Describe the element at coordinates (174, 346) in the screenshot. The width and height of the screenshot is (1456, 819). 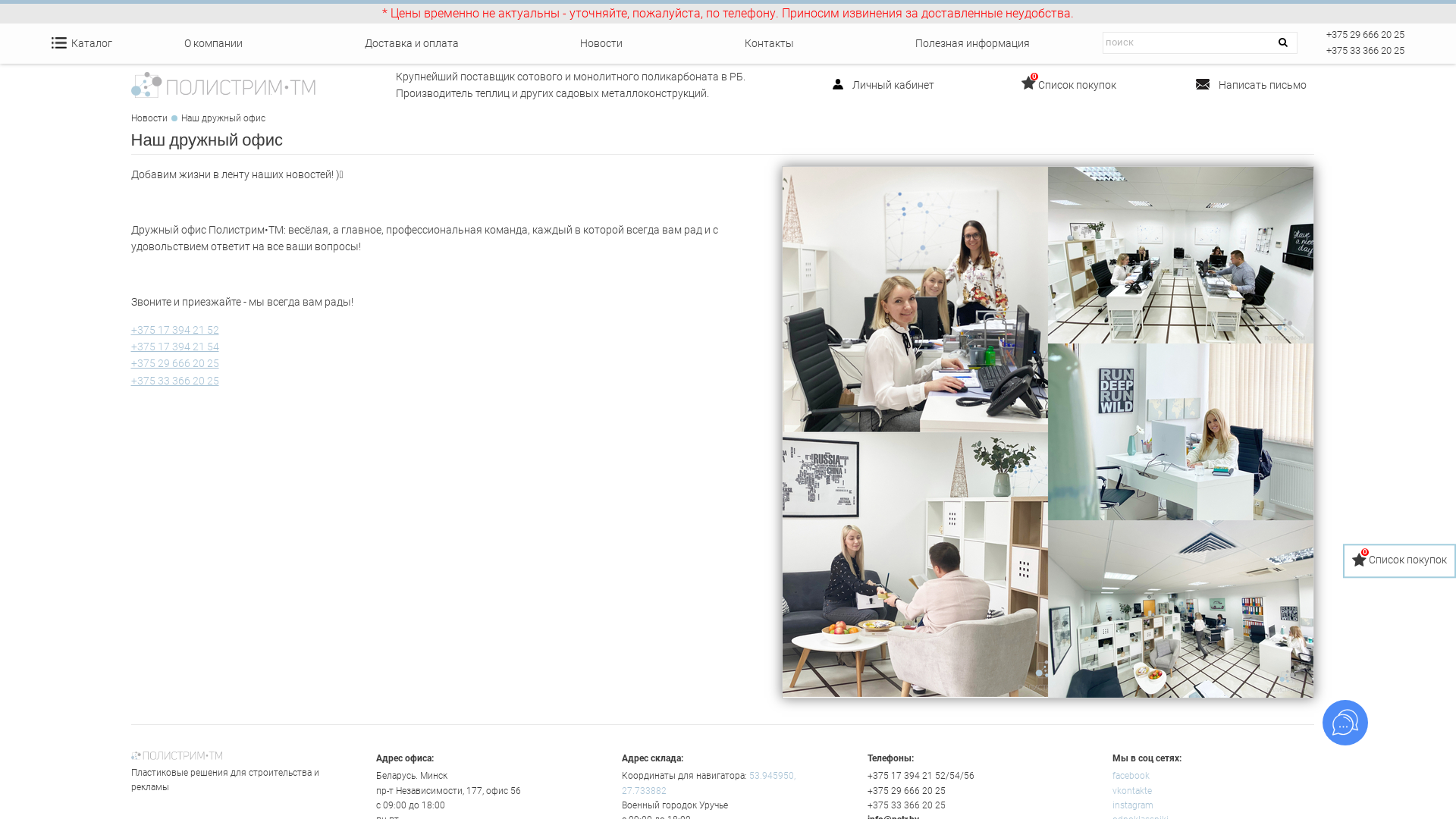
I see `'+375 17 394 21 54'` at that location.